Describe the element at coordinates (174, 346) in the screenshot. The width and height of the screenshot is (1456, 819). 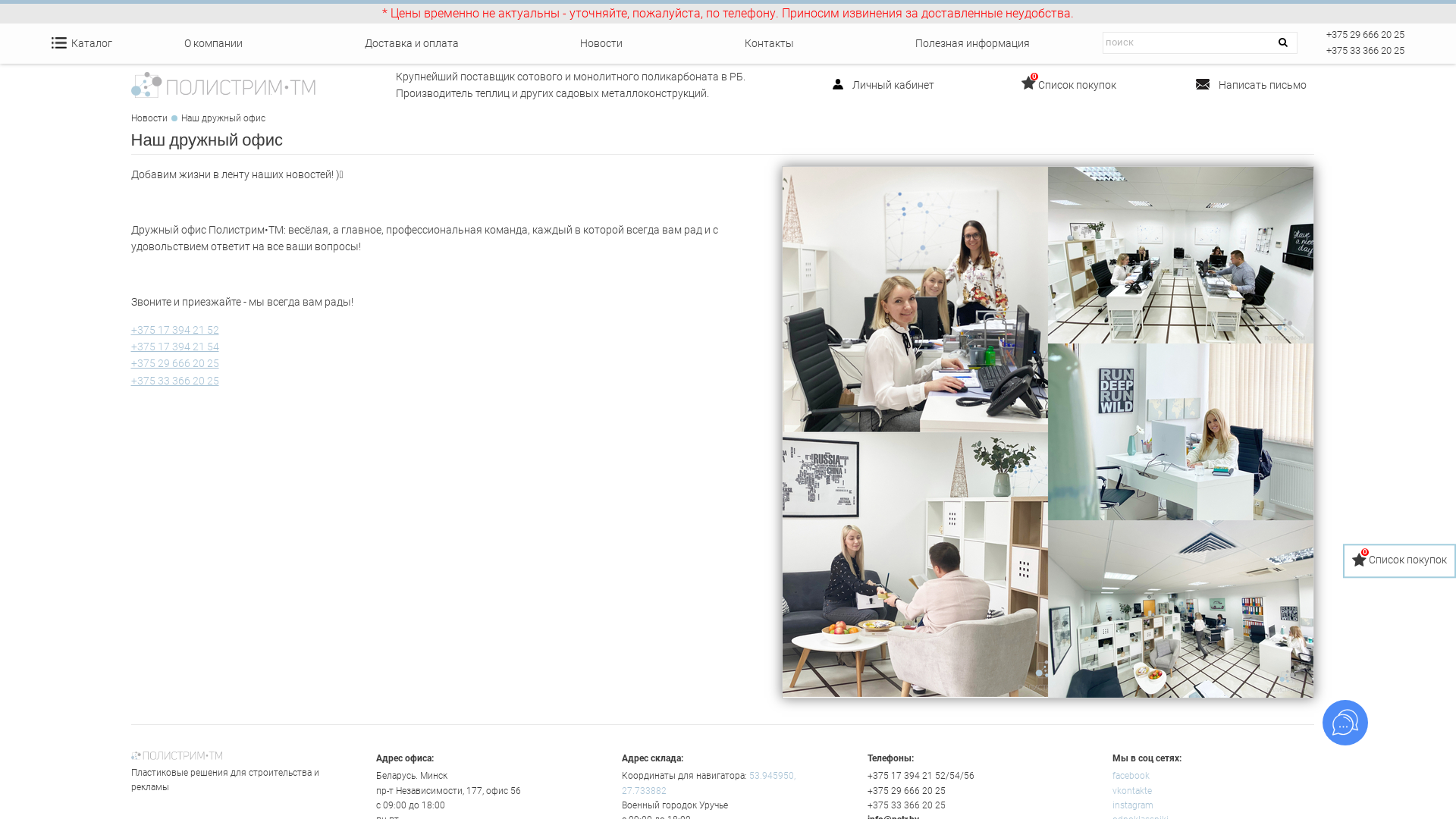
I see `'+375 17 394 21 54'` at that location.